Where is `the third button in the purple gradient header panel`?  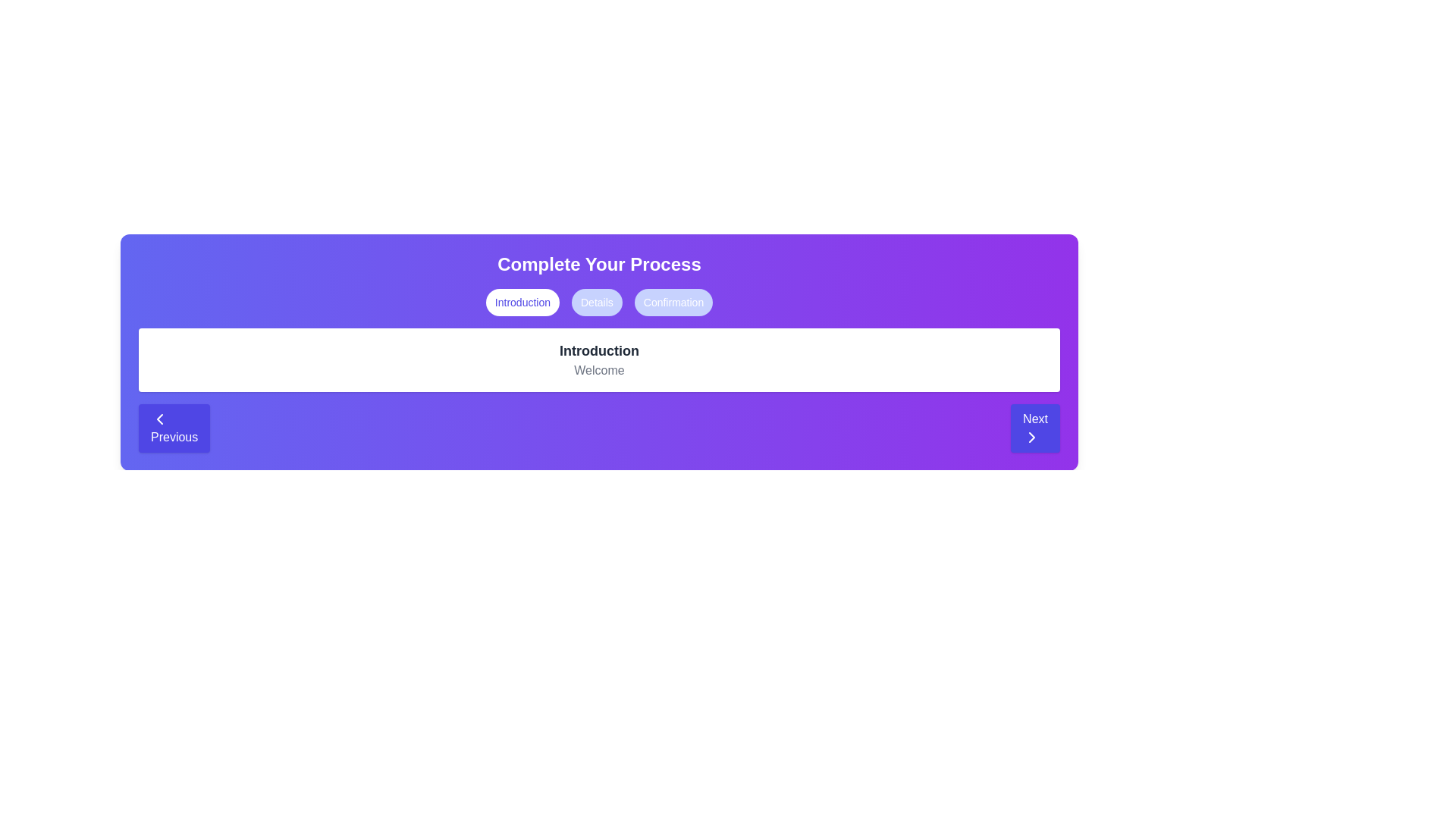
the third button in the purple gradient header panel is located at coordinates (673, 302).